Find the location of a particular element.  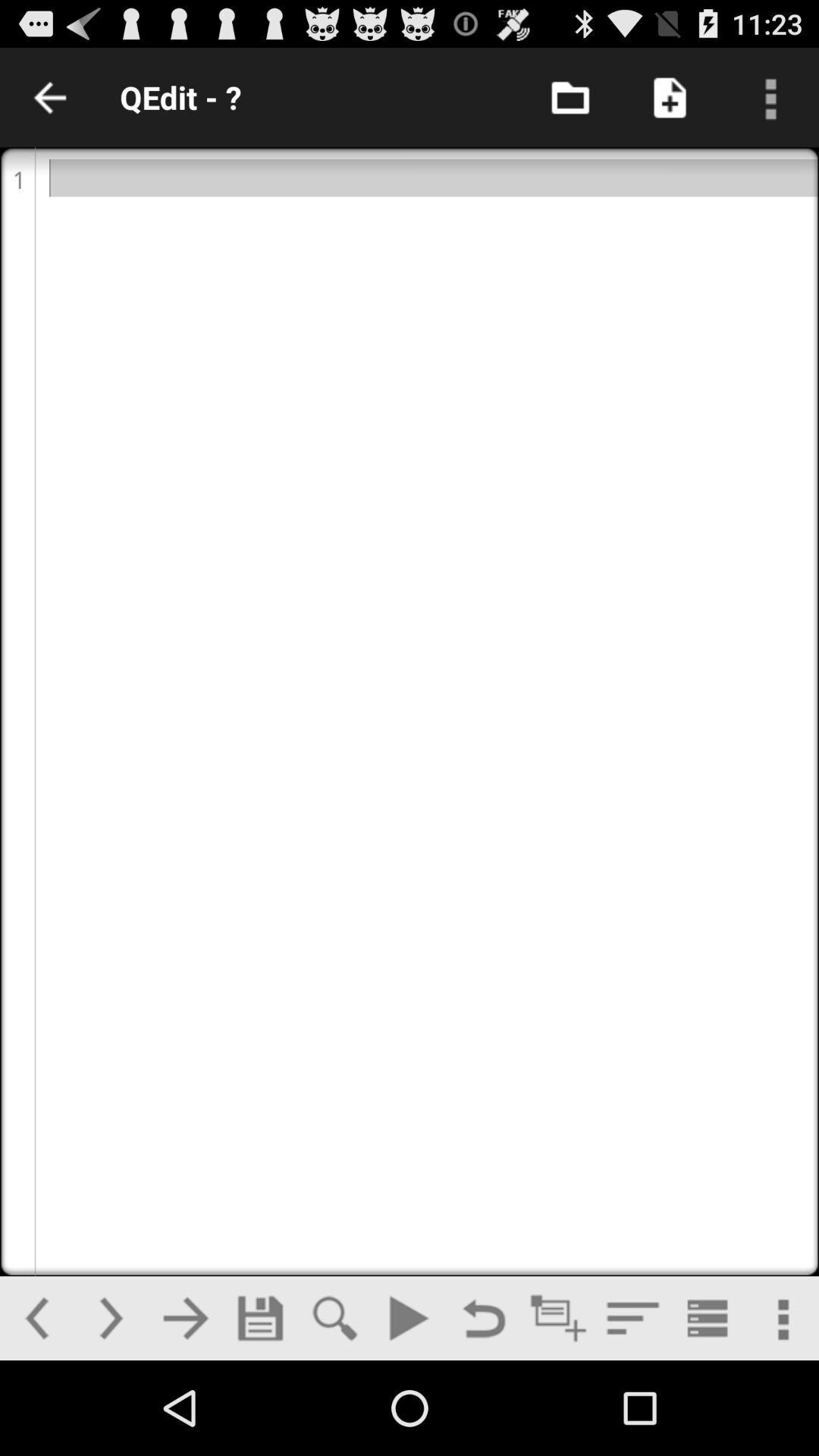

the save icon is located at coordinates (259, 1410).